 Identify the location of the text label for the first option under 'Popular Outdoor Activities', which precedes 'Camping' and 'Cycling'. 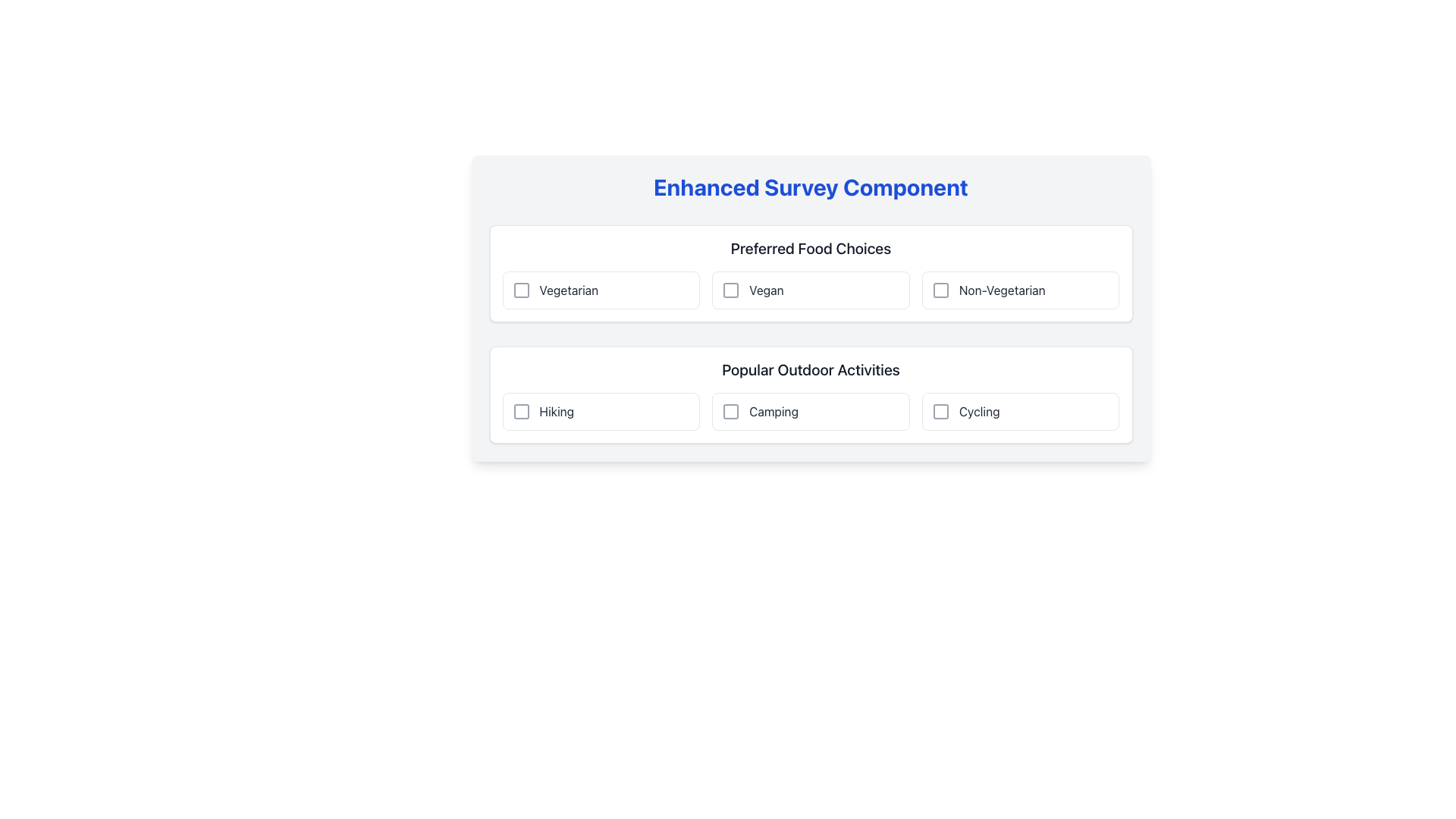
(556, 412).